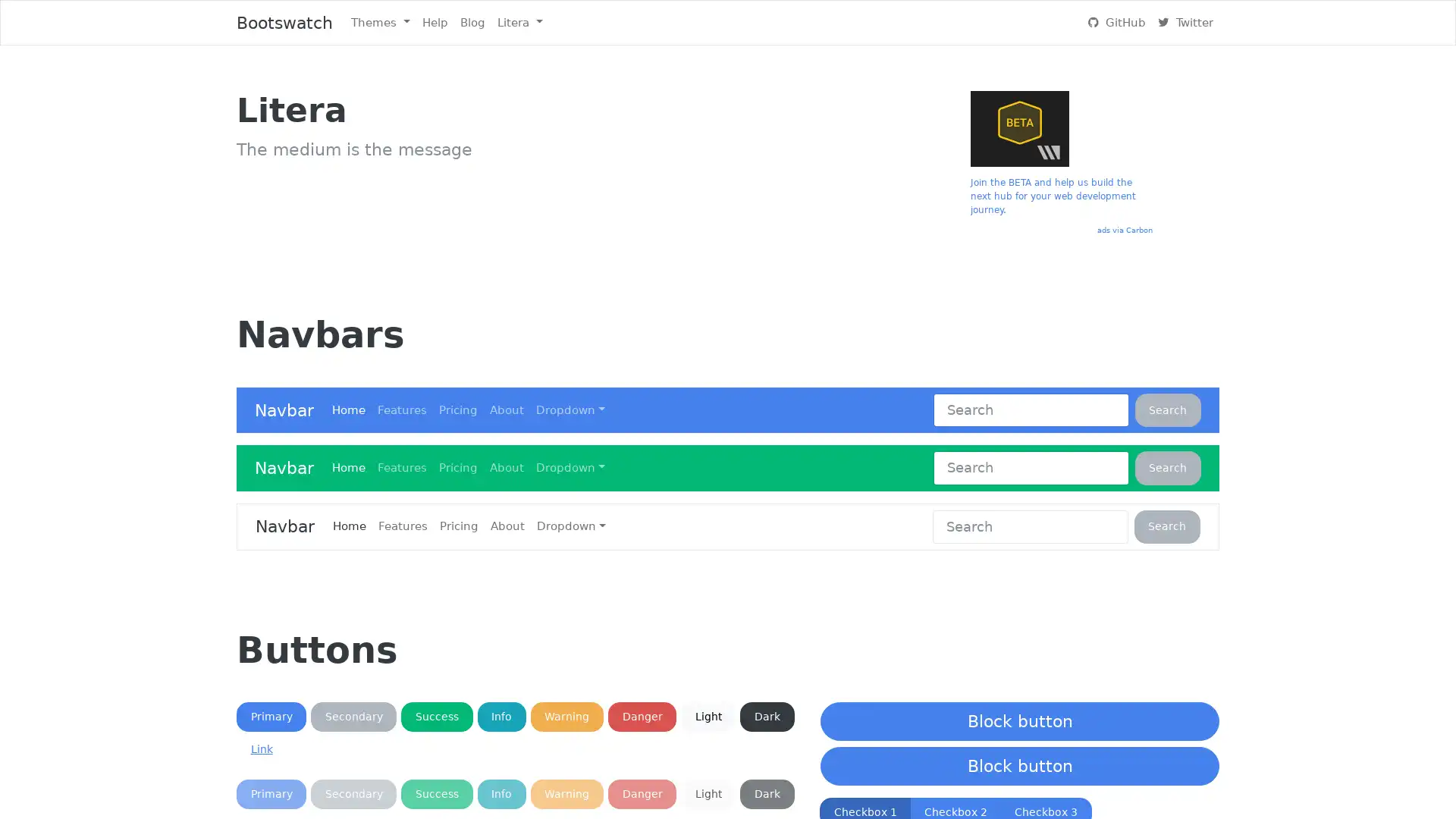  Describe the element at coordinates (642, 717) in the screenshot. I see `Danger` at that location.